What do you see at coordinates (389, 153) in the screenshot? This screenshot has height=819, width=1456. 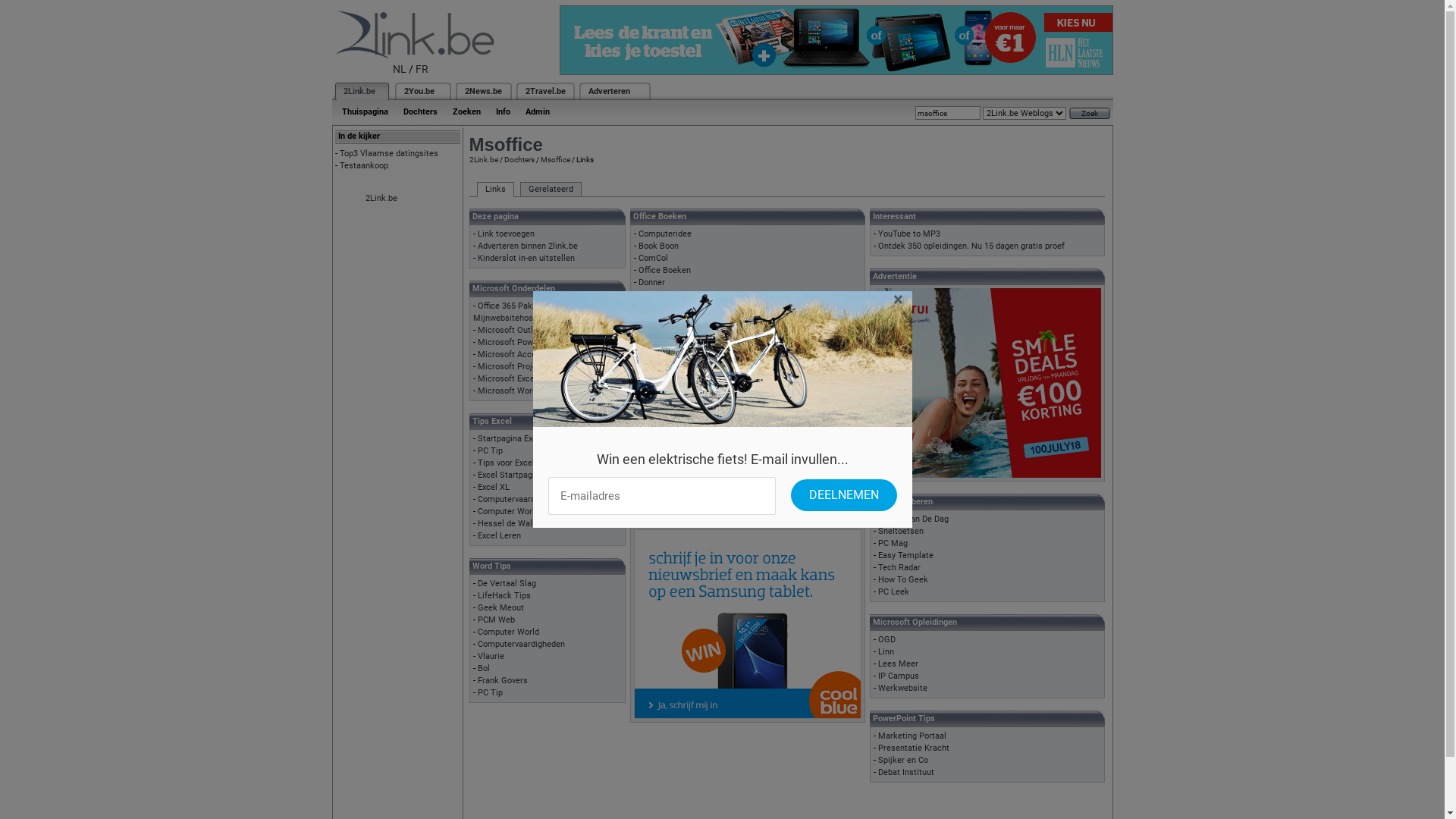 I see `'Top3 Vlaamse datingsites'` at bounding box center [389, 153].